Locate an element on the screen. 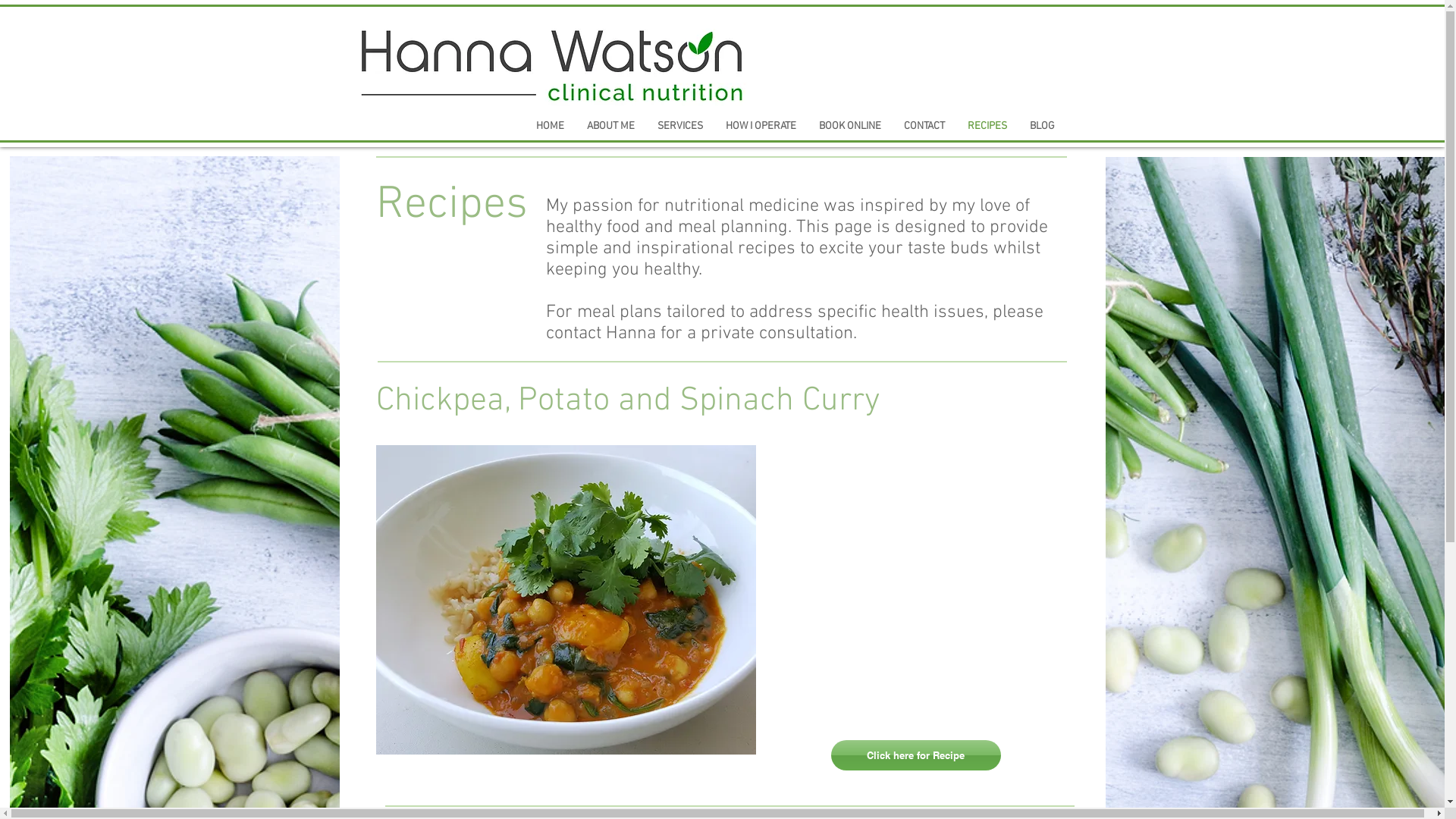 The width and height of the screenshot is (1456, 819). 'CONTACT' is located at coordinates (923, 125).